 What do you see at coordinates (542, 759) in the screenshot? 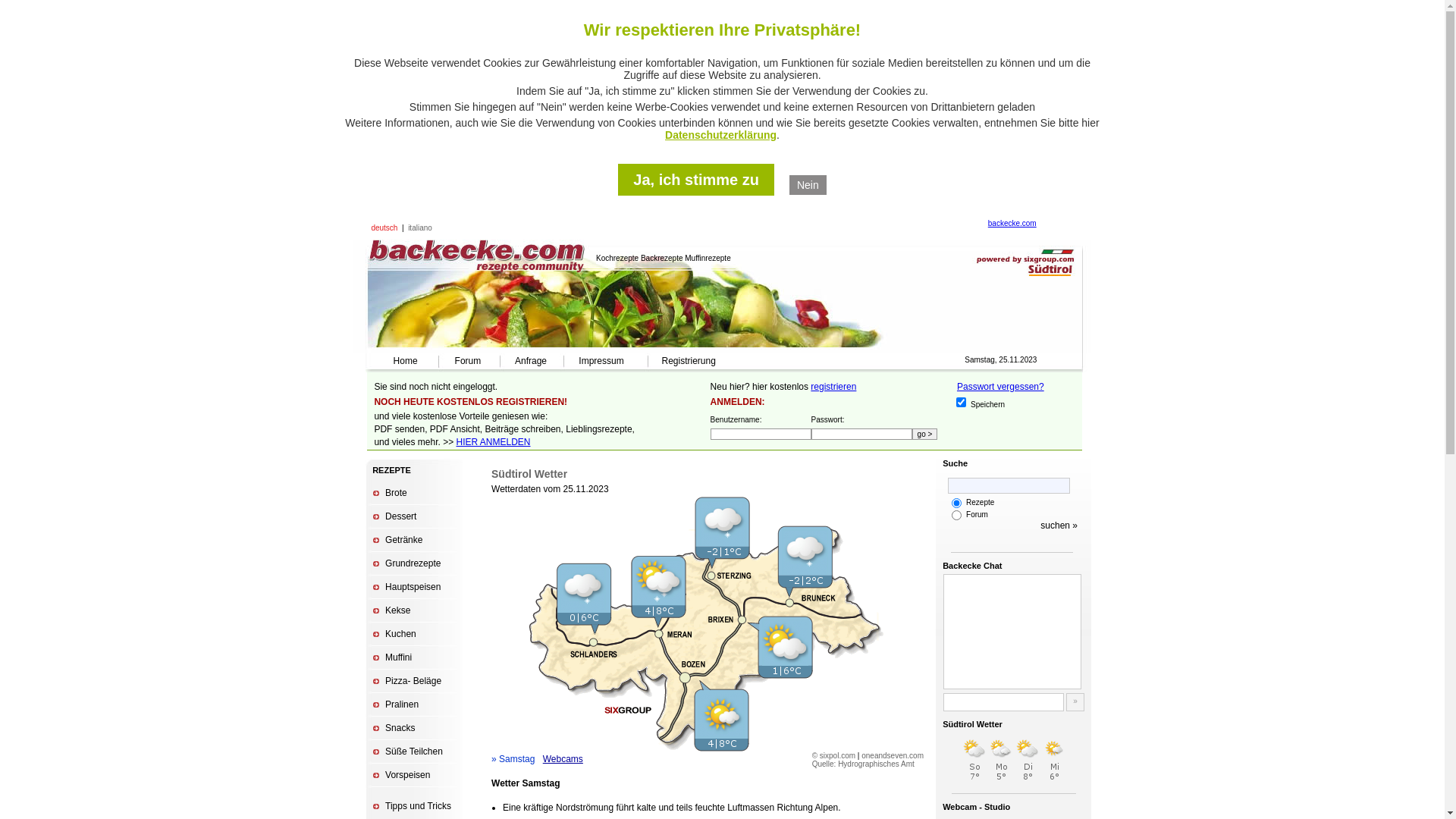
I see `'Webcams'` at bounding box center [542, 759].